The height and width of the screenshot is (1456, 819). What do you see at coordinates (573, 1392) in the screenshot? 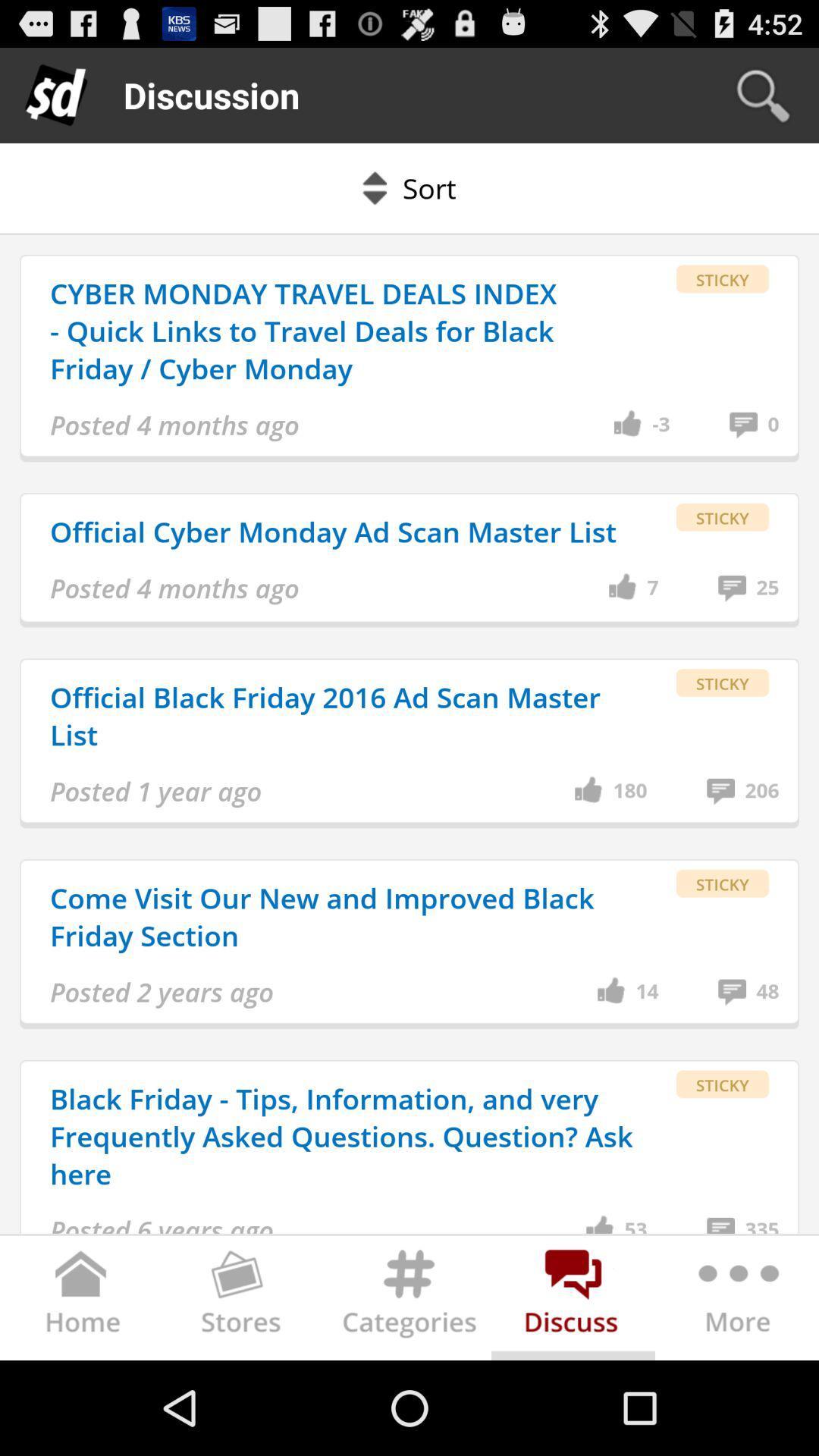
I see `the chat icon` at bounding box center [573, 1392].